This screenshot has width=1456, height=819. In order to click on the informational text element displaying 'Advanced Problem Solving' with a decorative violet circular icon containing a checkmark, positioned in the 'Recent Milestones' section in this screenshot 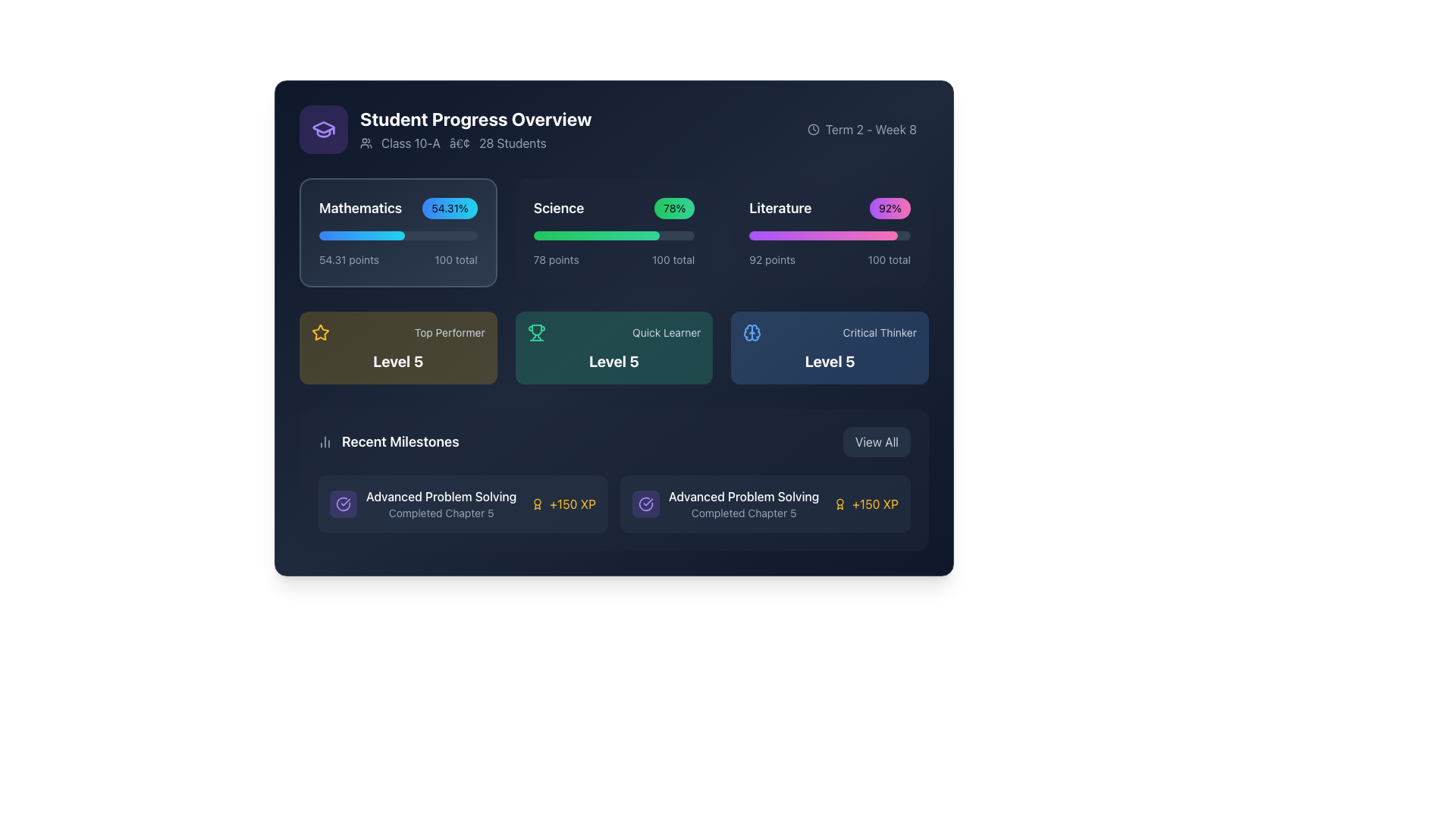, I will do `click(423, 504)`.